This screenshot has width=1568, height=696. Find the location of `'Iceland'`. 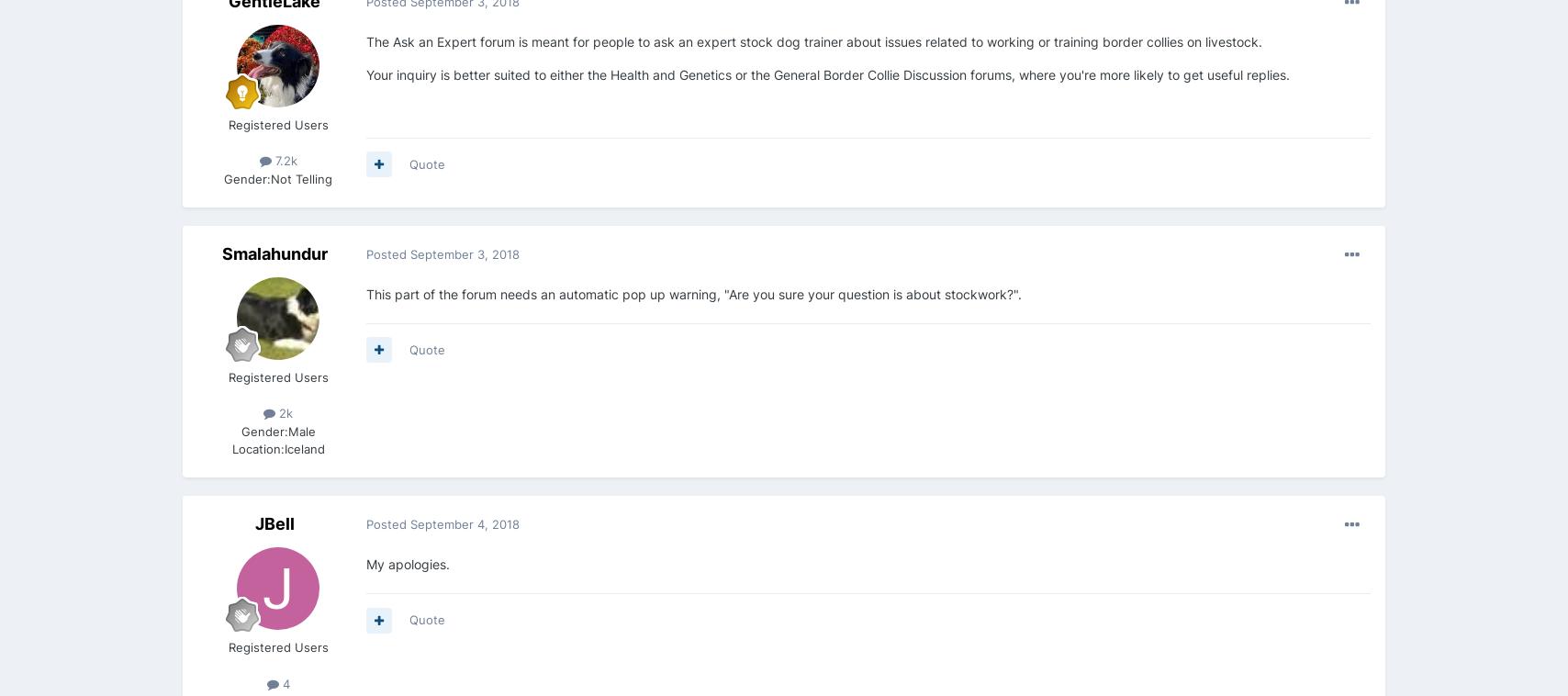

'Iceland' is located at coordinates (283, 447).